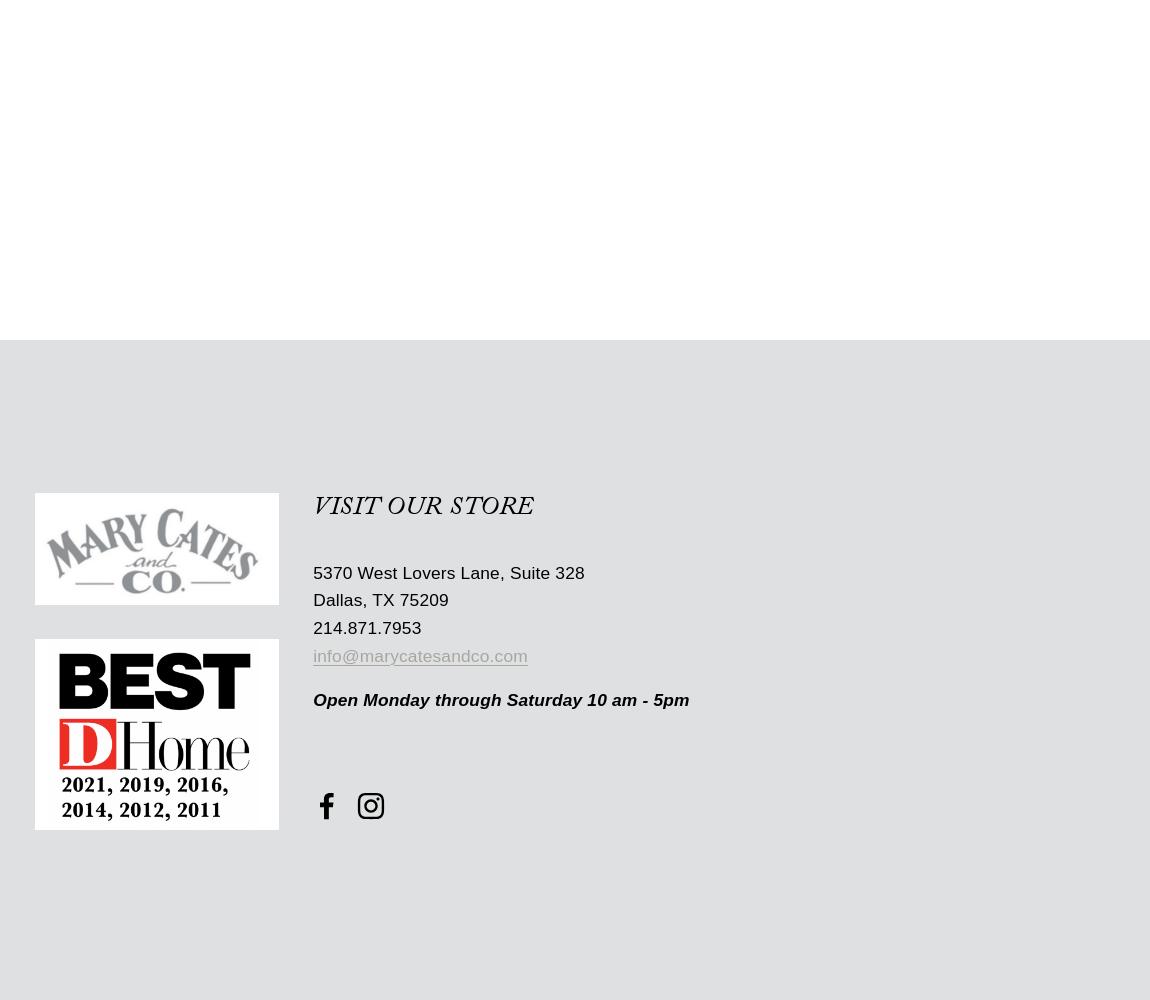  I want to click on 'FLORALS', so click(248, 79).